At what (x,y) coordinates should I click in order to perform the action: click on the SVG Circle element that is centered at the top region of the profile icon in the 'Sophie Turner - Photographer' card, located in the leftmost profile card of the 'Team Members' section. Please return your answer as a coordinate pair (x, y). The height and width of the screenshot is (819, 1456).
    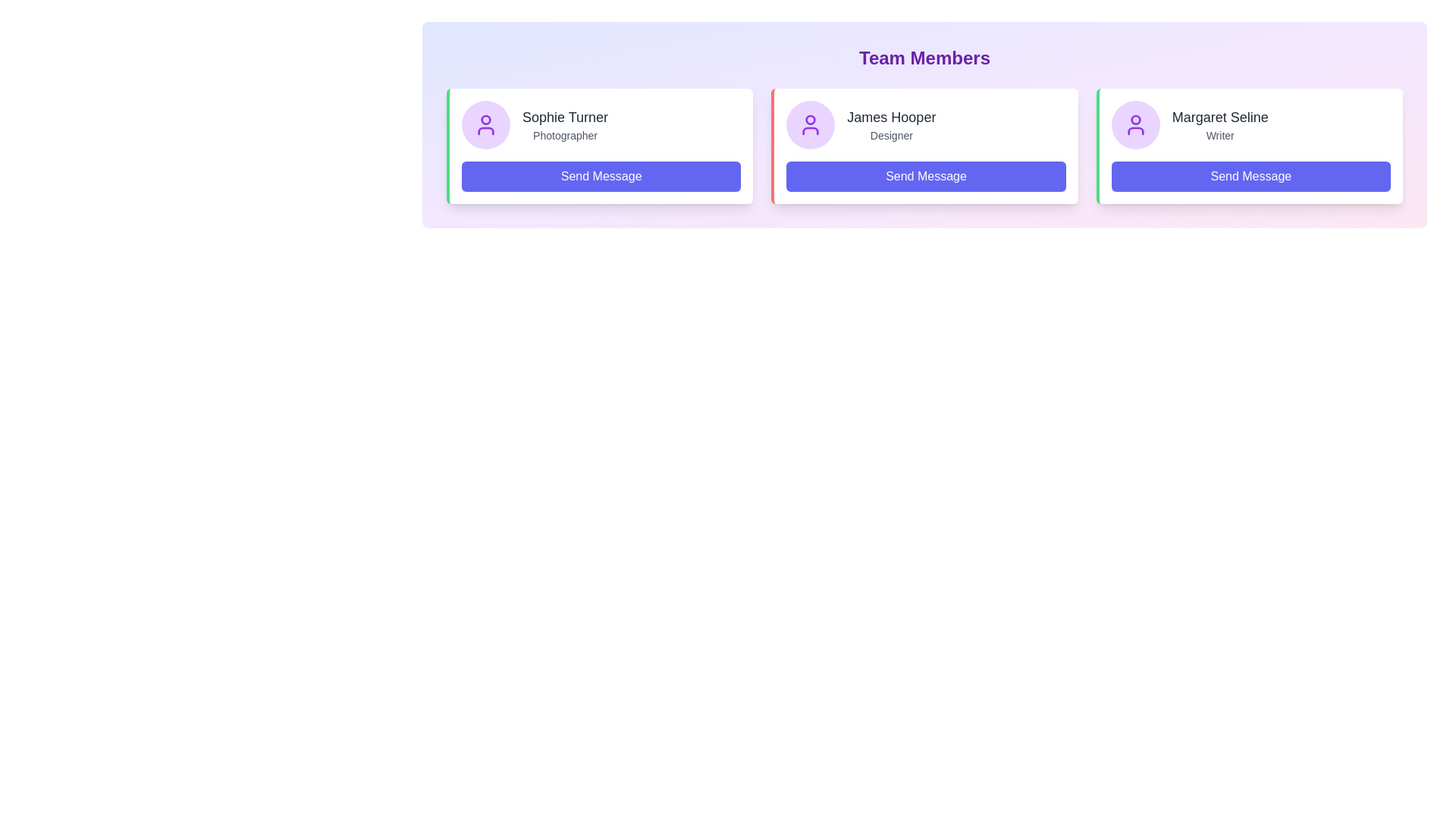
    Looking at the image, I should click on (486, 119).